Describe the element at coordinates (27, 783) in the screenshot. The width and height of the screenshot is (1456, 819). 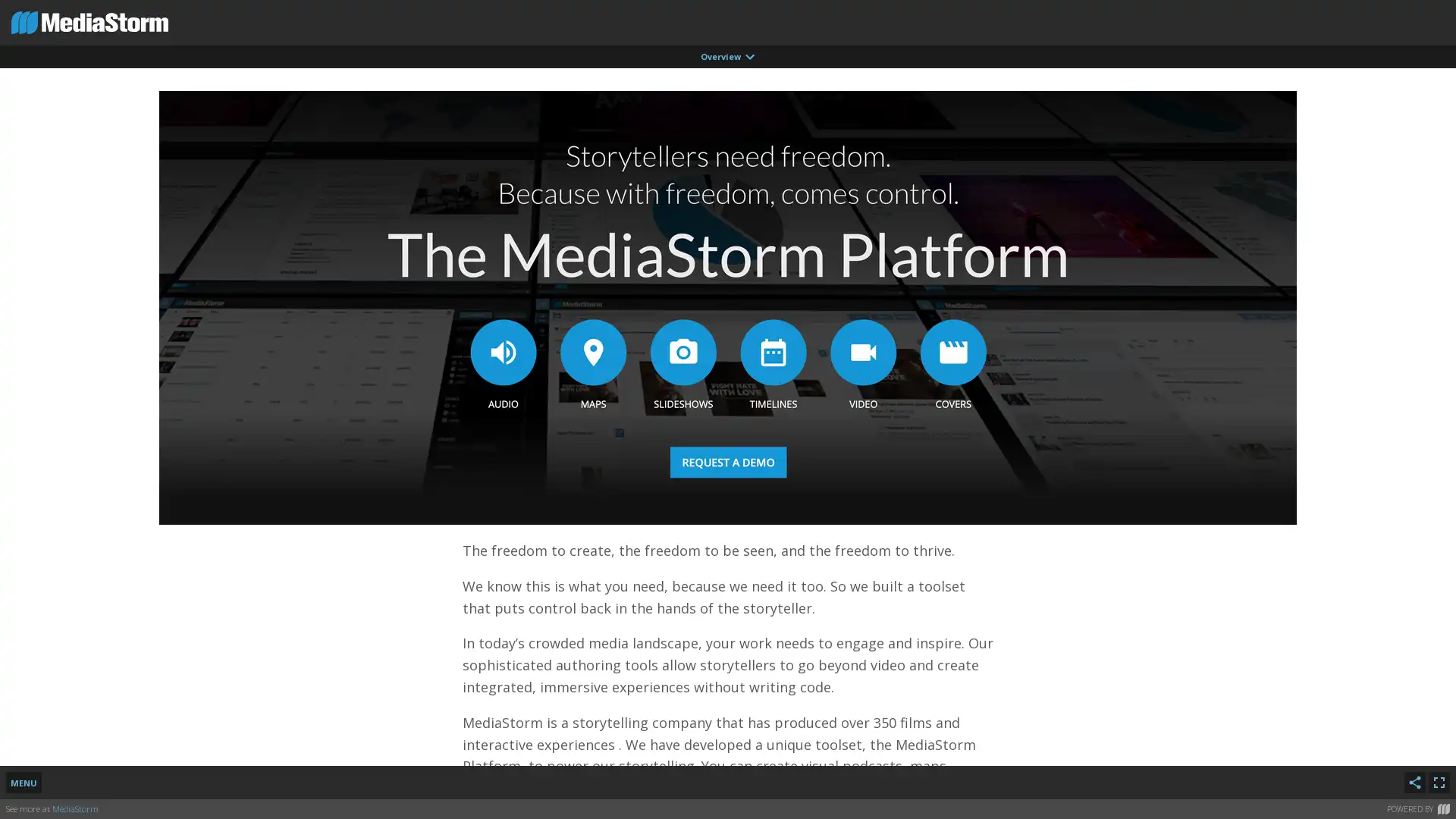
I see `MENU` at that location.